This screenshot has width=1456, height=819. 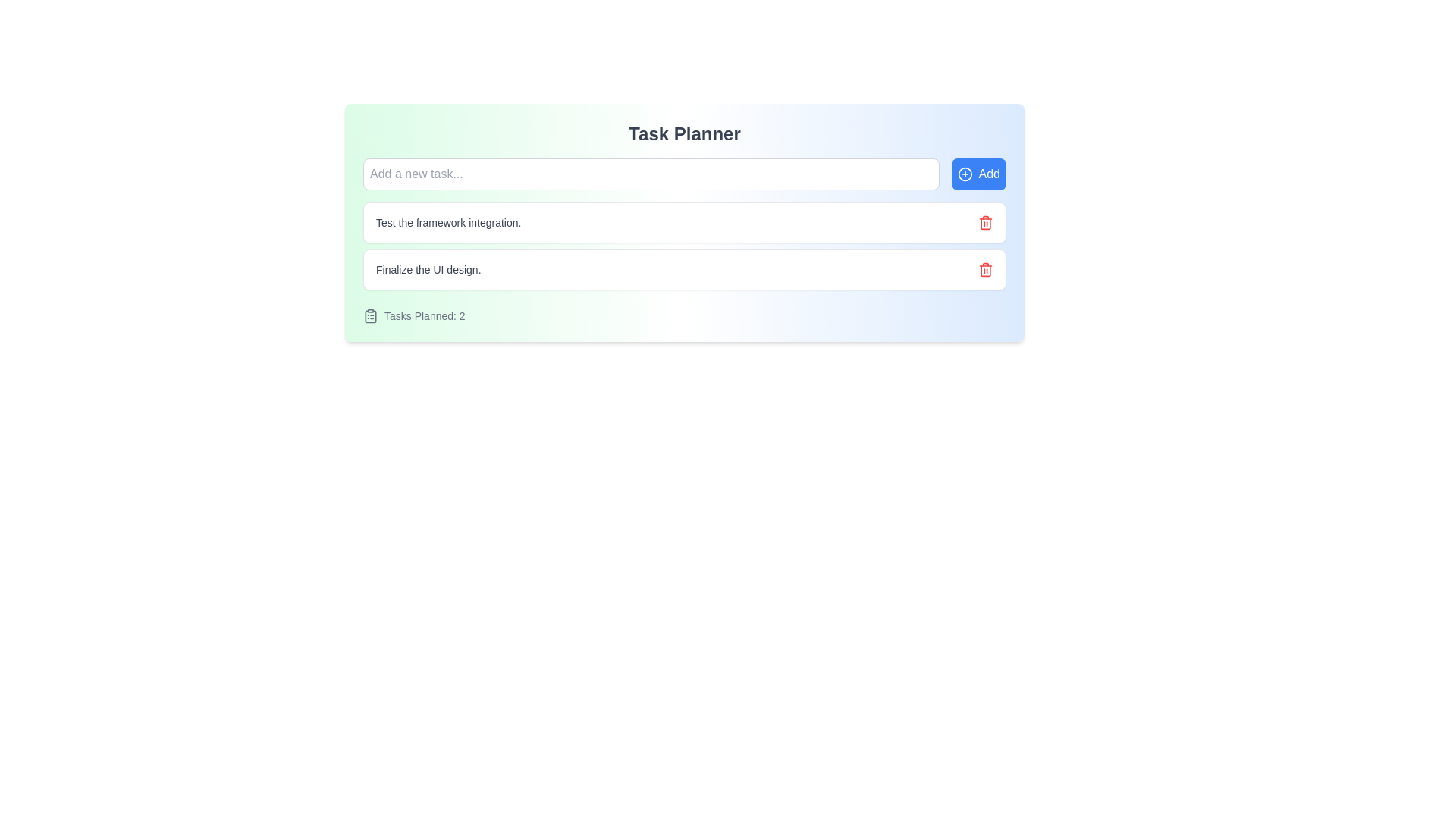 I want to click on the 'delete' button located at the far right of the task entry labeled 'Finalize the UI design', so click(x=986, y=268).